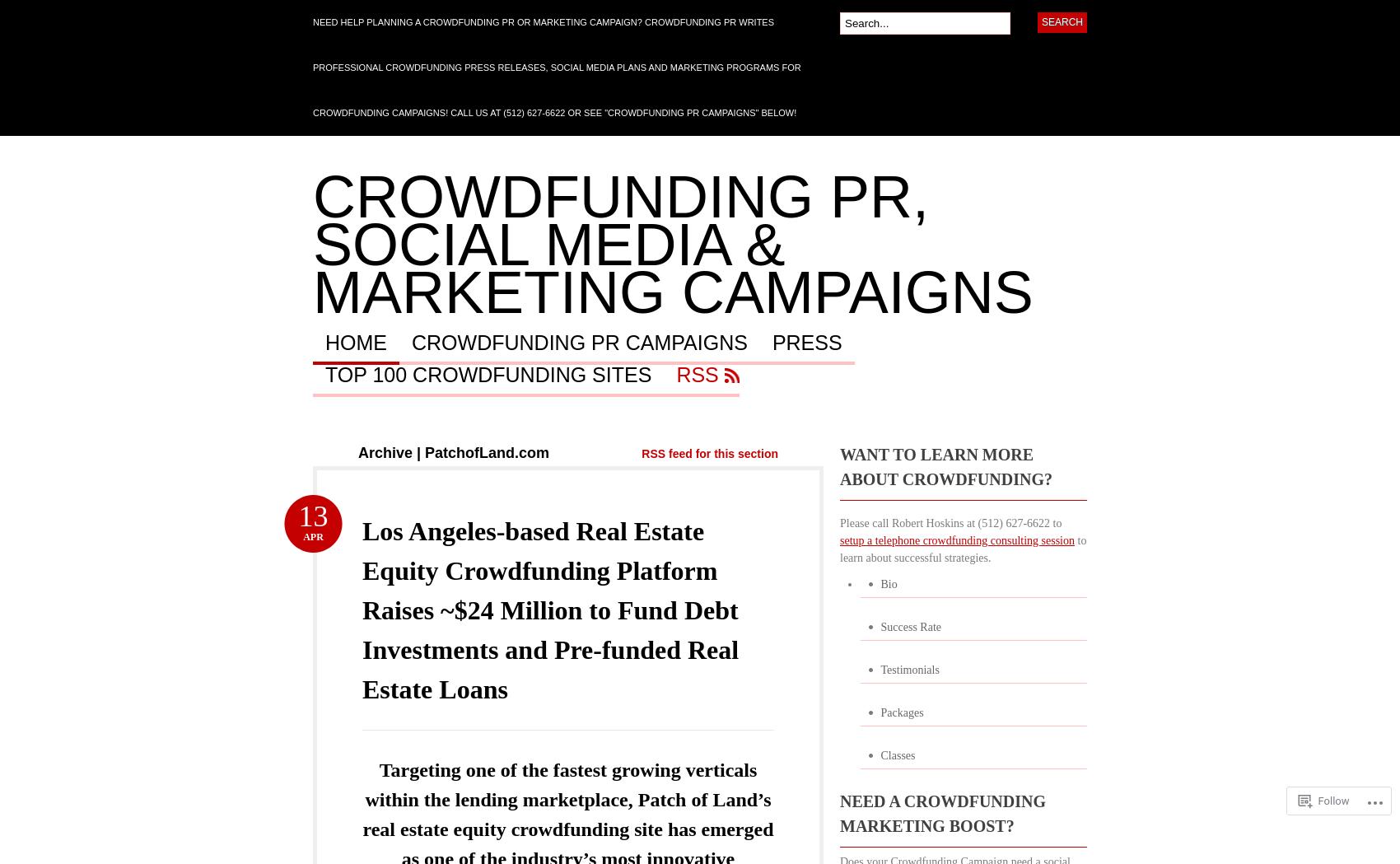  Describe the element at coordinates (909, 669) in the screenshot. I see `'Testimonials'` at that location.